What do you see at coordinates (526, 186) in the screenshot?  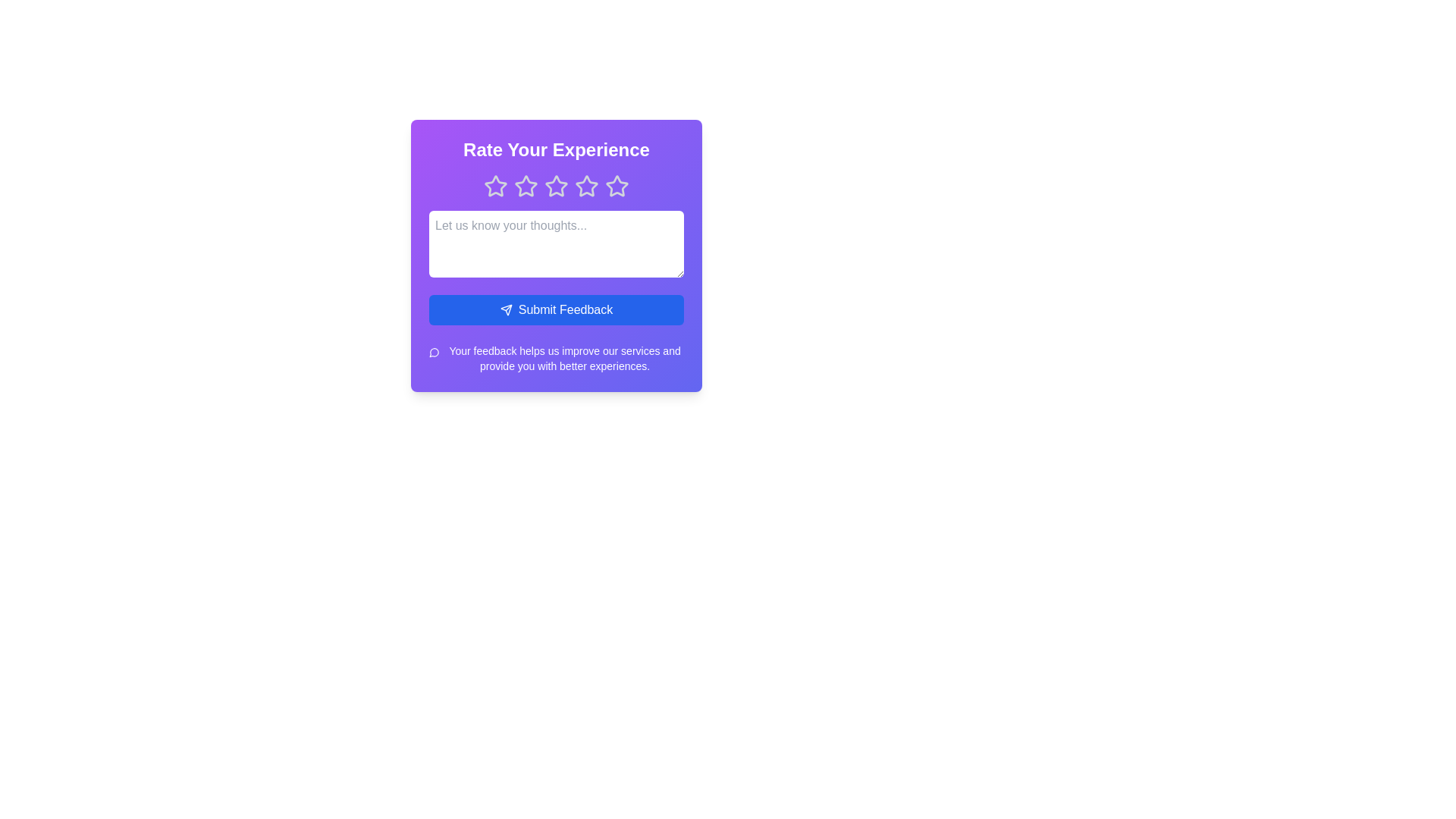 I see `the second star-shaped rating icon with a purple fill and a white border, located below the header 'Rate Your Experience'` at bounding box center [526, 186].